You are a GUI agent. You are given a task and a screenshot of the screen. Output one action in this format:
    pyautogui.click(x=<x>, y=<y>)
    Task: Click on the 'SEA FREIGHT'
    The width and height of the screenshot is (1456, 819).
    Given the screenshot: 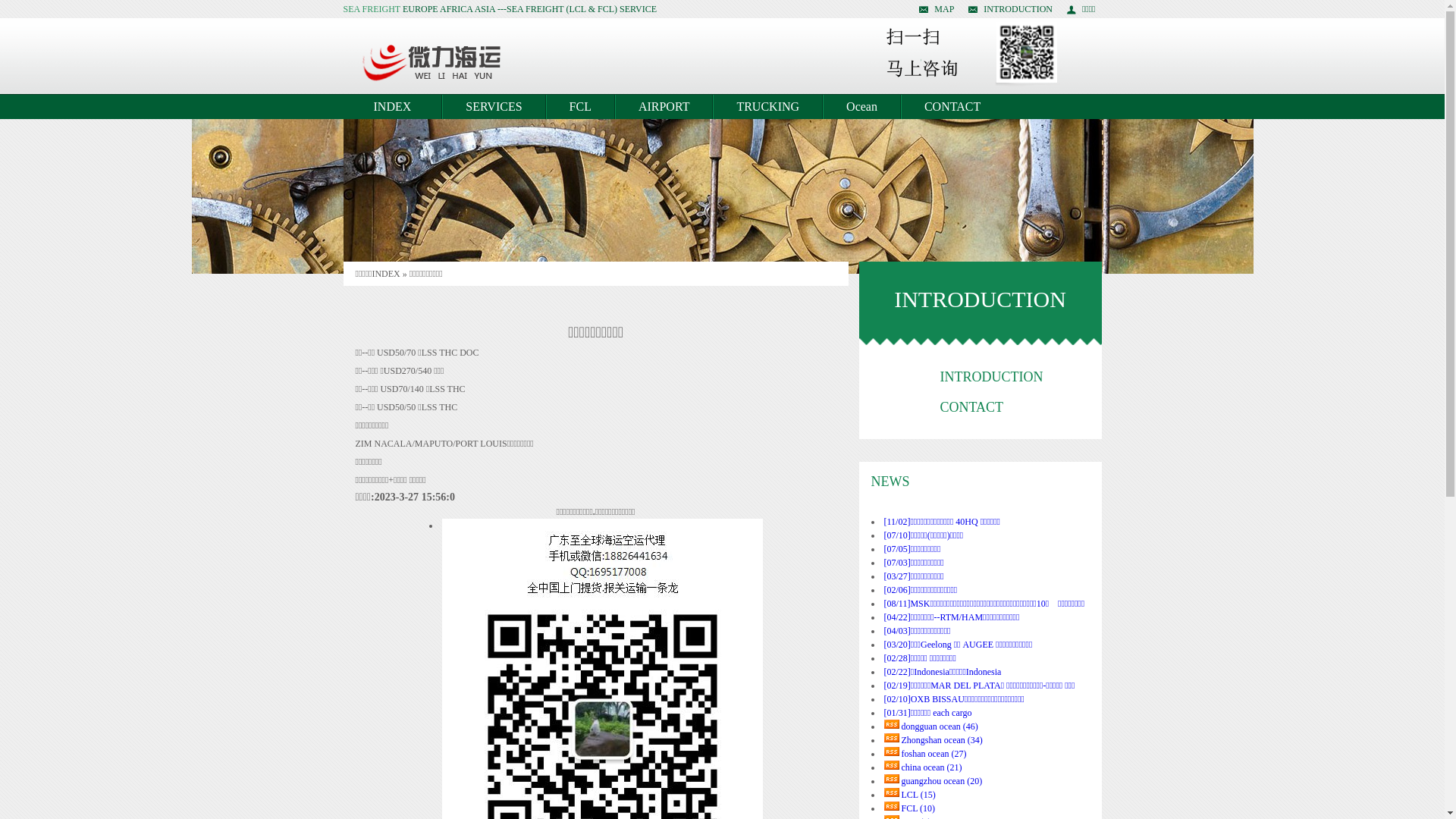 What is the action you would take?
    pyautogui.click(x=371, y=8)
    